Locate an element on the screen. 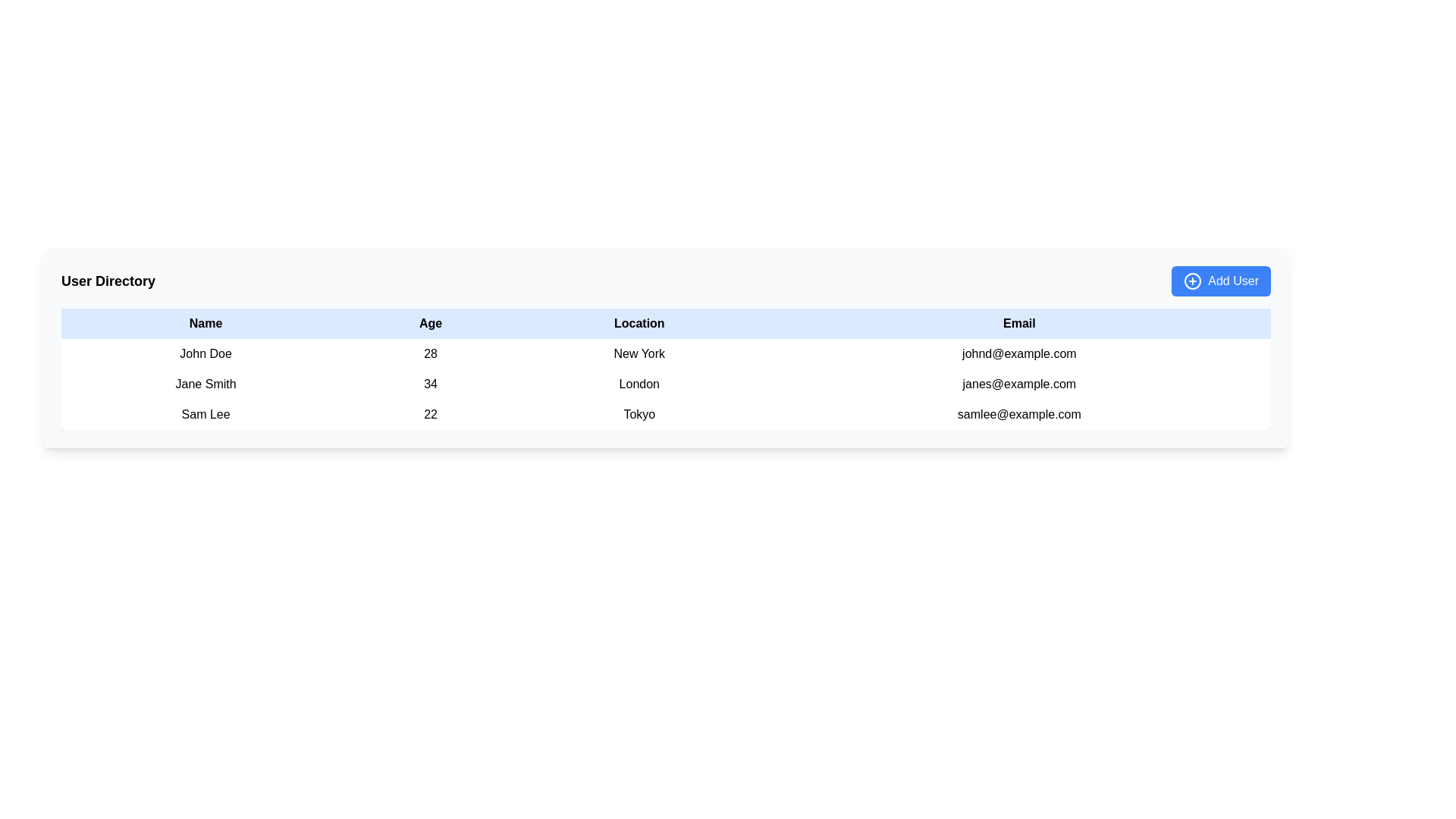 This screenshot has height=819, width=1456. the table cell displaying 'New York' in the 'Location' column for the row containing 'John Doe' is located at coordinates (639, 353).